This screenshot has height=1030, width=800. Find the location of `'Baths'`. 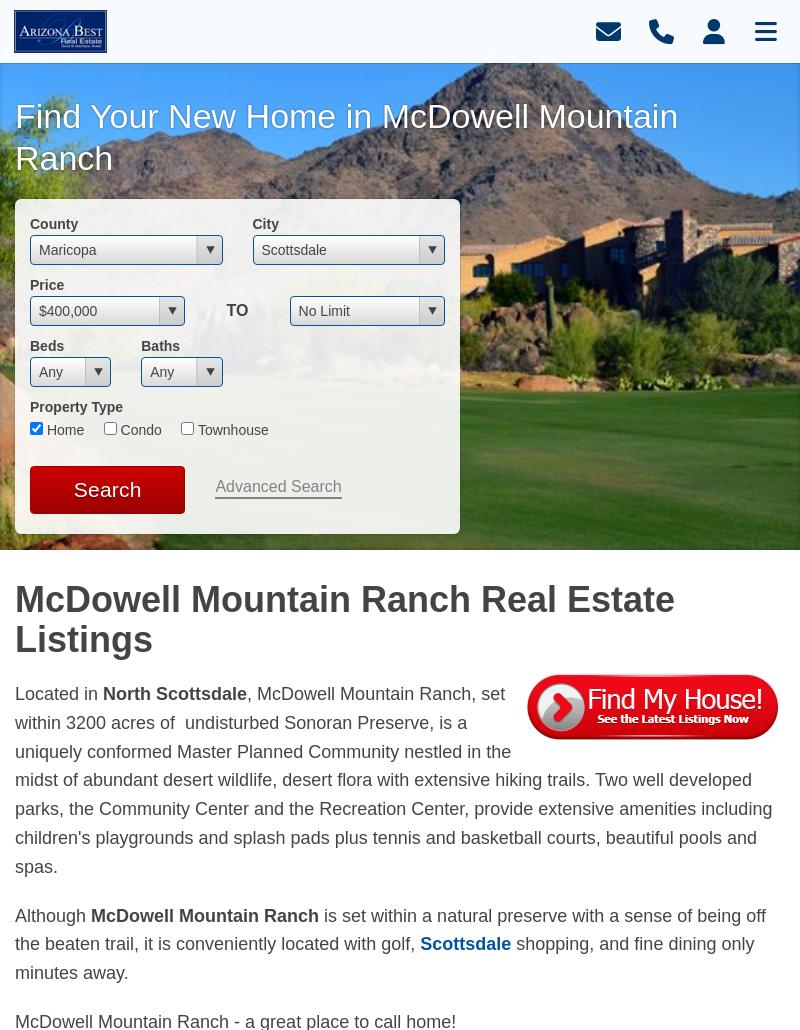

'Baths' is located at coordinates (140, 345).